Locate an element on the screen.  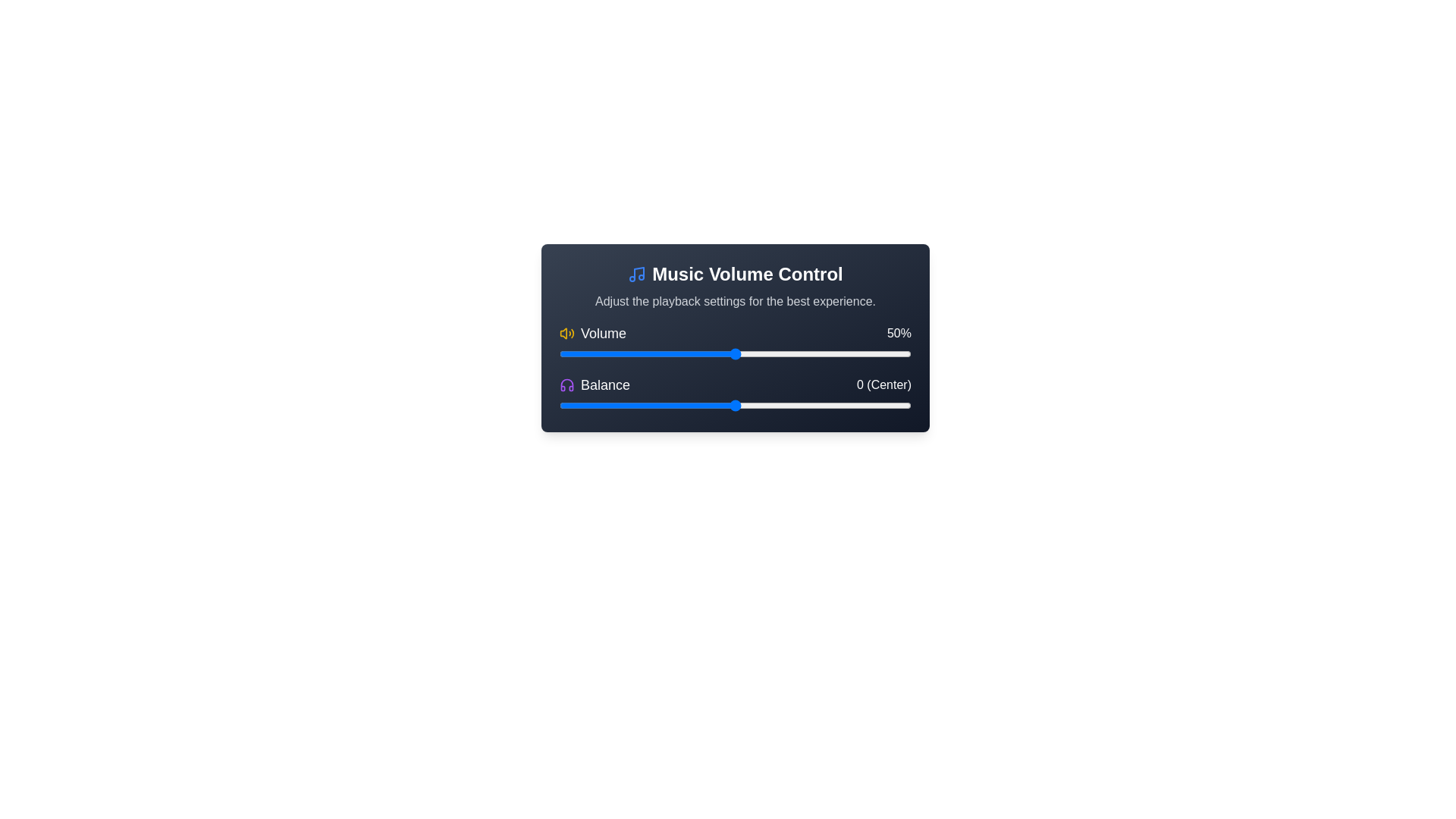
the volume slider to set the volume to 54% is located at coordinates (749, 353).